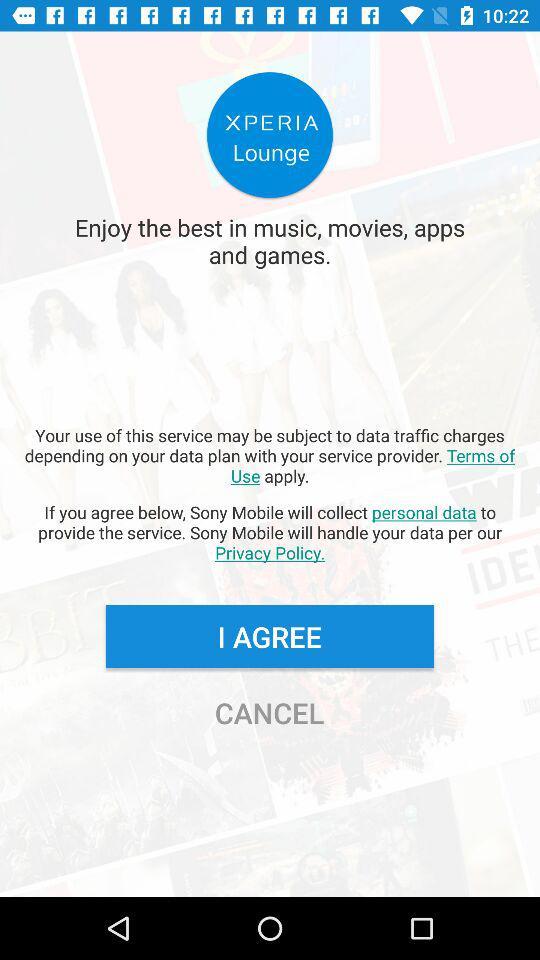  Describe the element at coordinates (269, 712) in the screenshot. I see `the icon below i agree icon` at that location.